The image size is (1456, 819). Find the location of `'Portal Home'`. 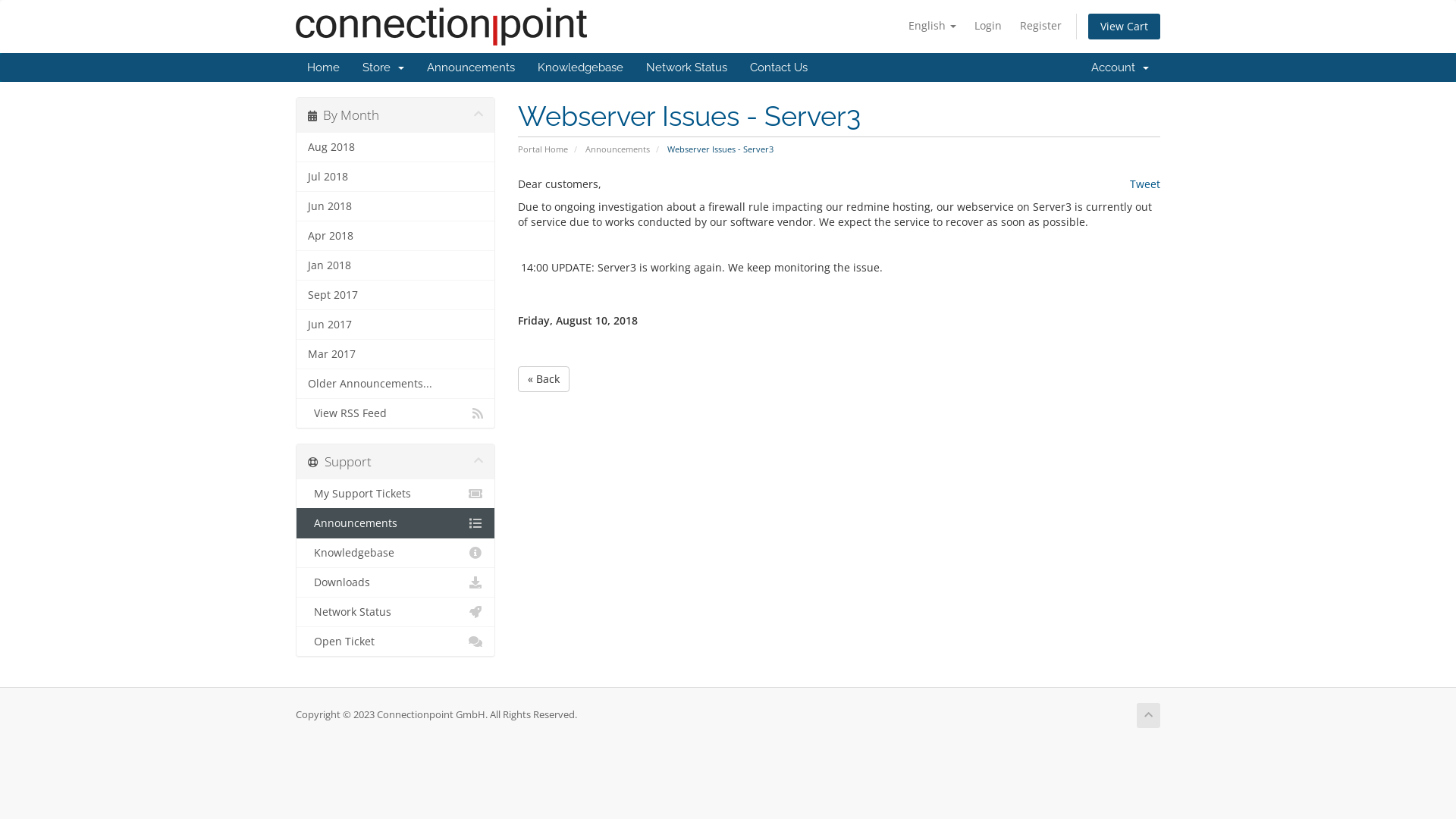

'Portal Home' is located at coordinates (542, 149).